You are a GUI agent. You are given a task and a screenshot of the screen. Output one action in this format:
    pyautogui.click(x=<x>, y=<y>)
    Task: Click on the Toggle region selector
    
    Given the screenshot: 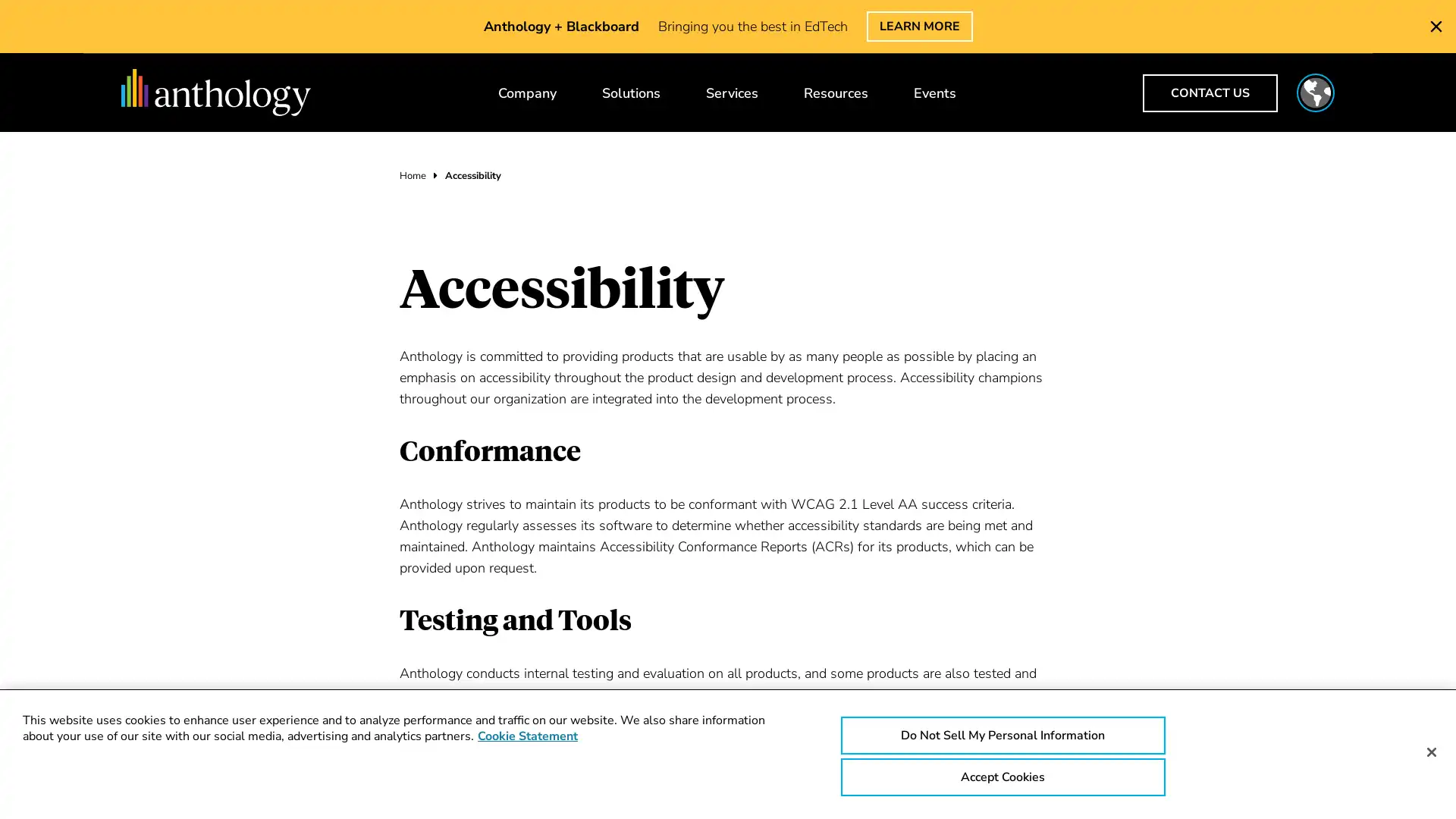 What is the action you would take?
    pyautogui.click(x=1314, y=93)
    